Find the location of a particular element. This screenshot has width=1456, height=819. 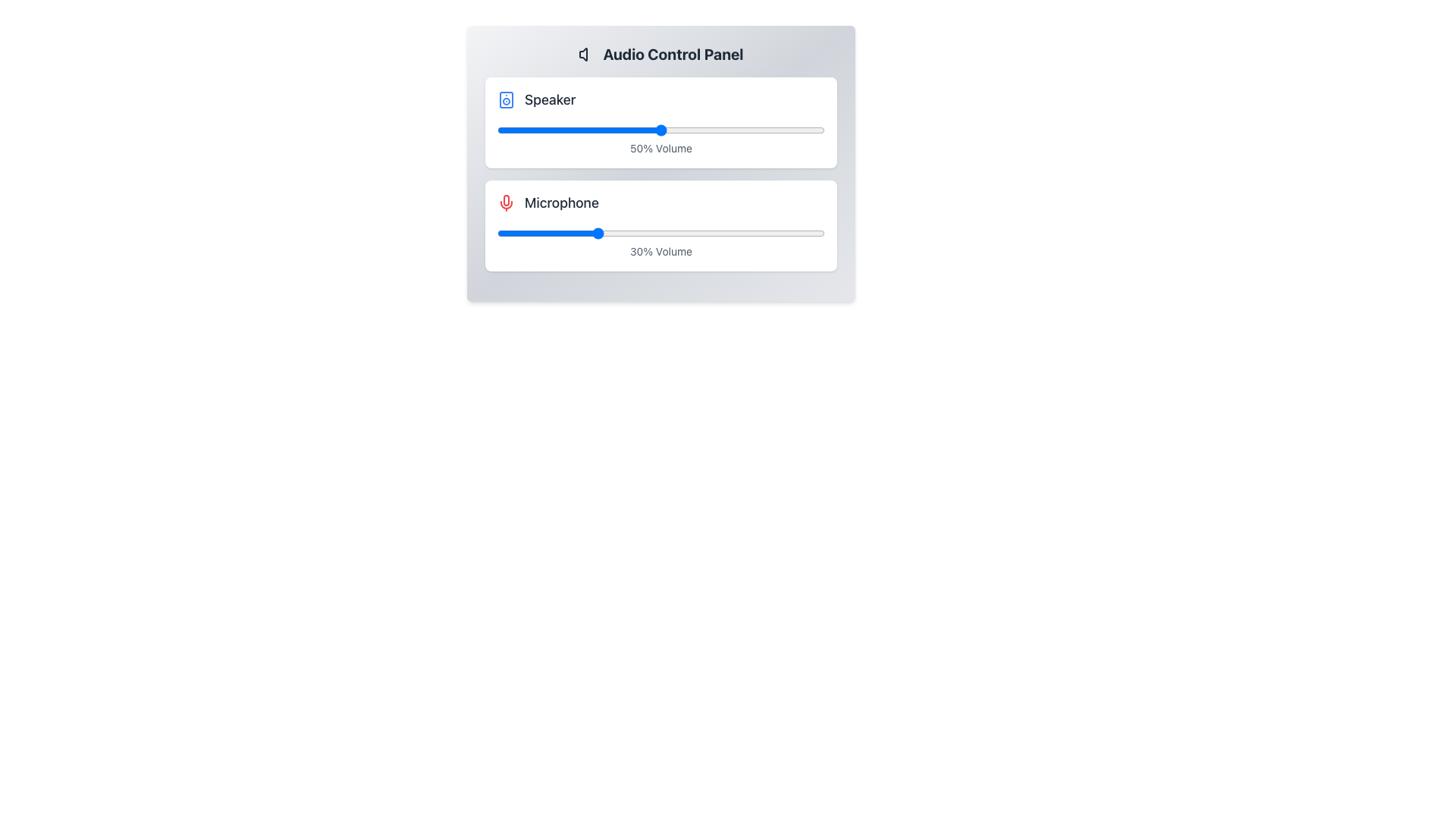

the microphone volume is located at coordinates (530, 234).